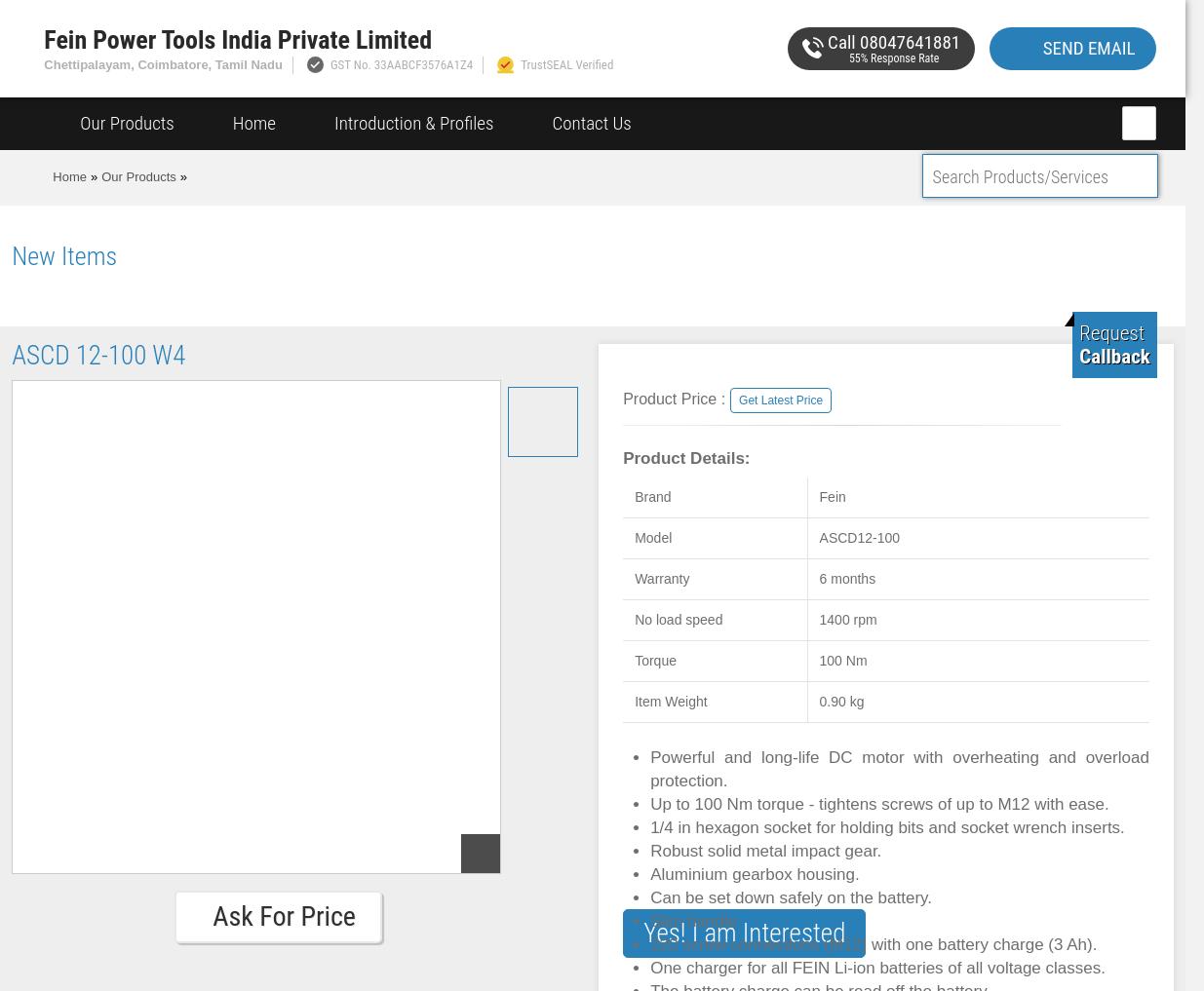  I want to click on 'Slim handle.', so click(695, 920).